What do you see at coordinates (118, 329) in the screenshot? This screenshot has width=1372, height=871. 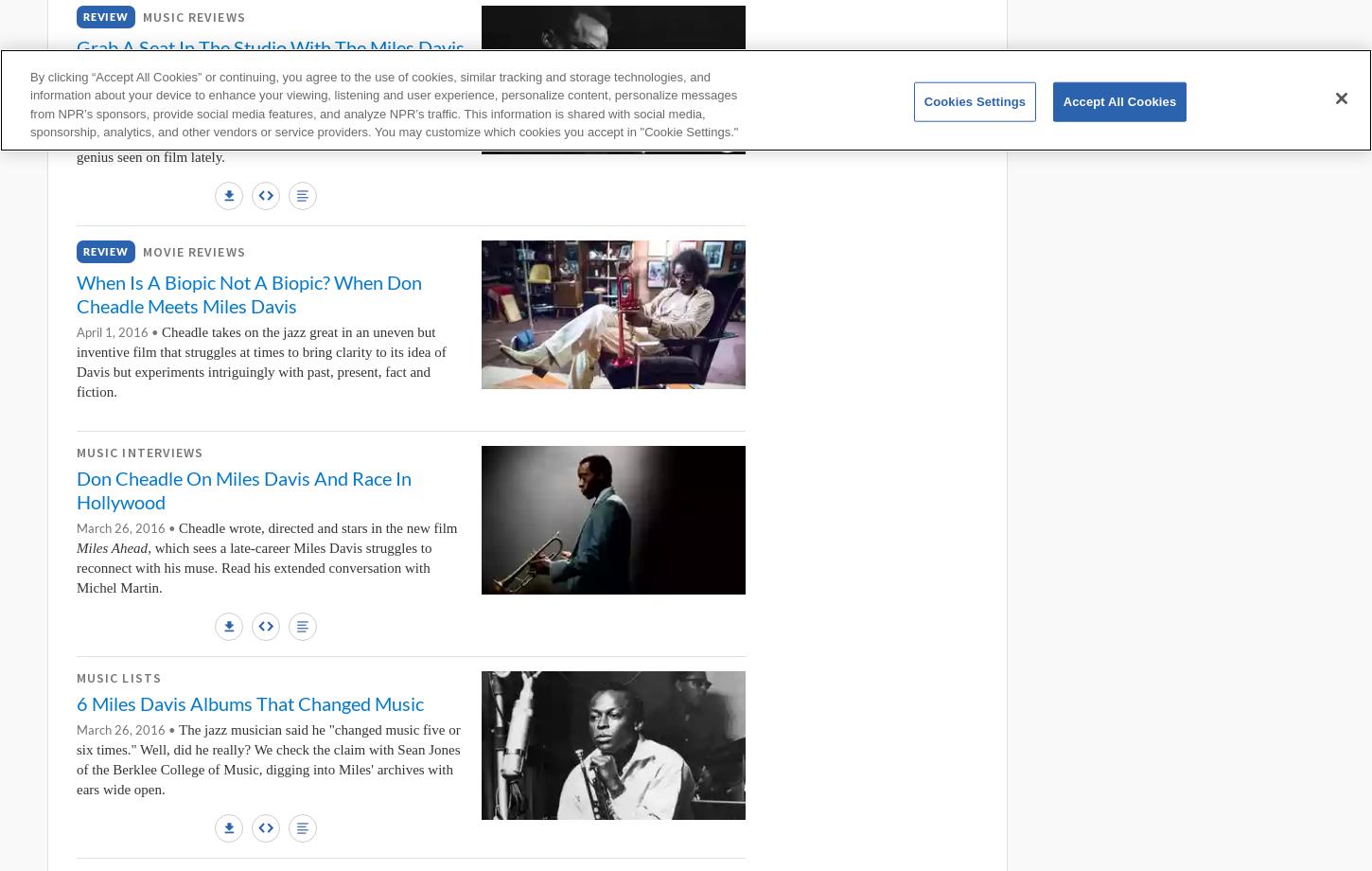 I see `'April 1, 2016 •'` at bounding box center [118, 329].